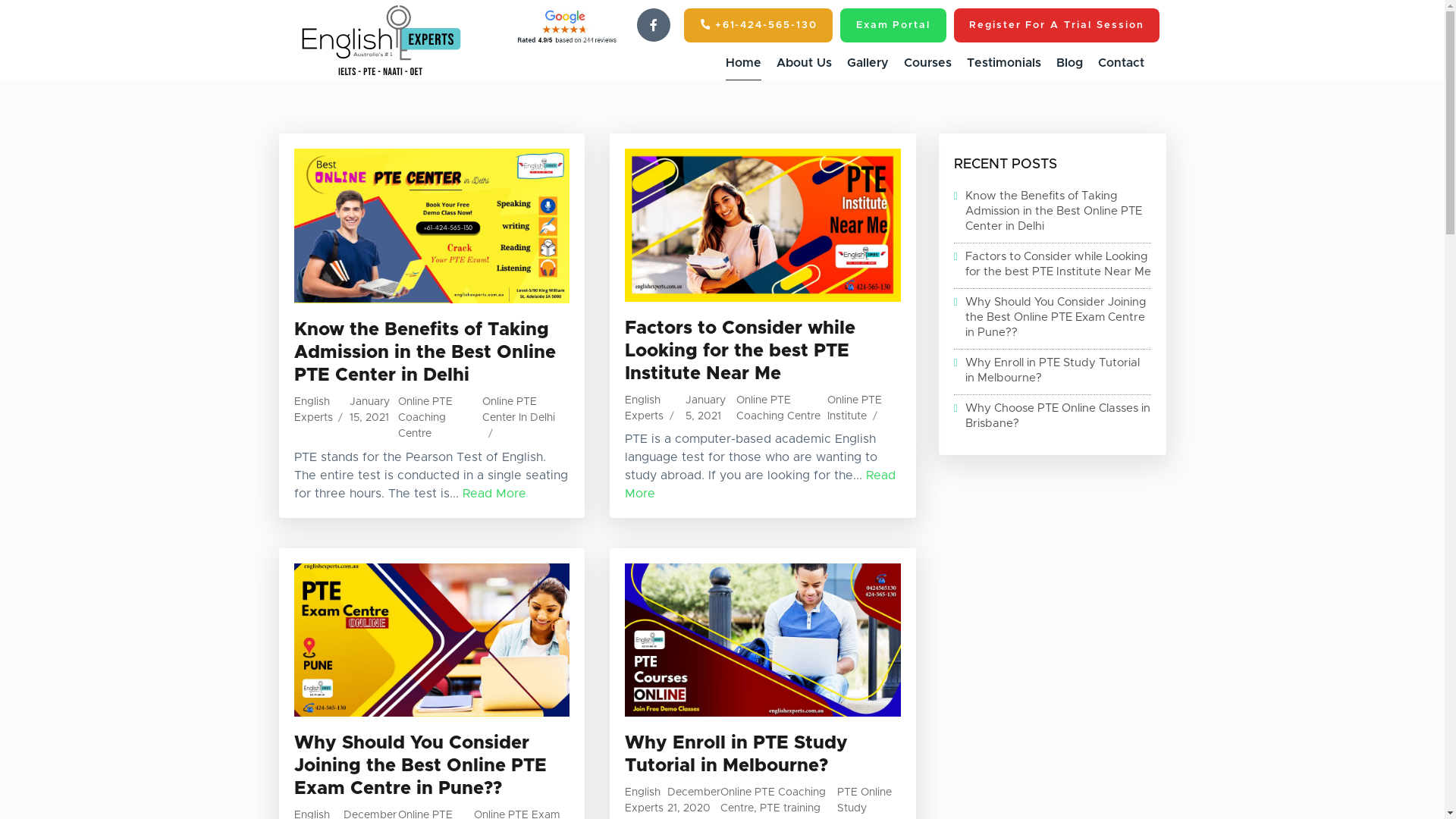  Describe the element at coordinates (481, 409) in the screenshot. I see `'Online PTE Center In Delhi'` at that location.